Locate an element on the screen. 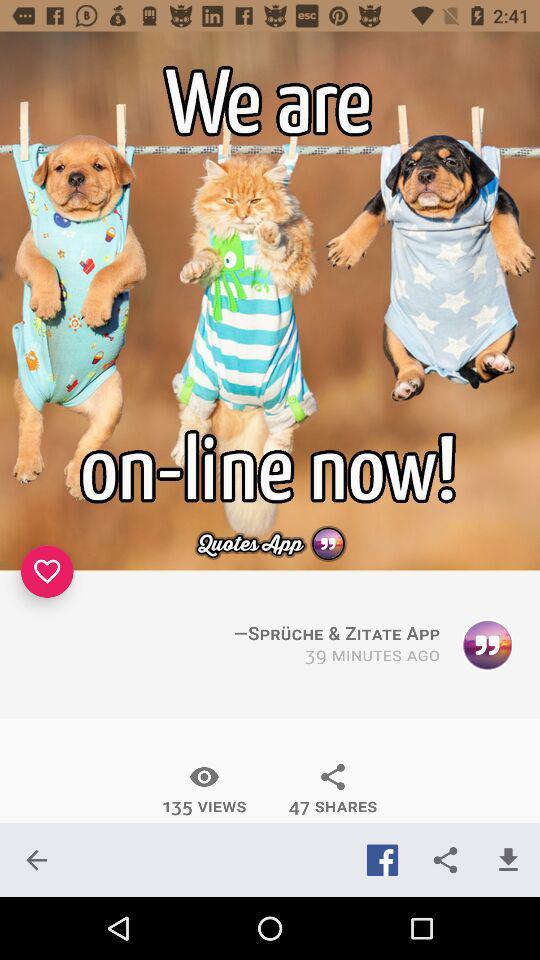 This screenshot has width=540, height=960. app online is located at coordinates (270, 301).